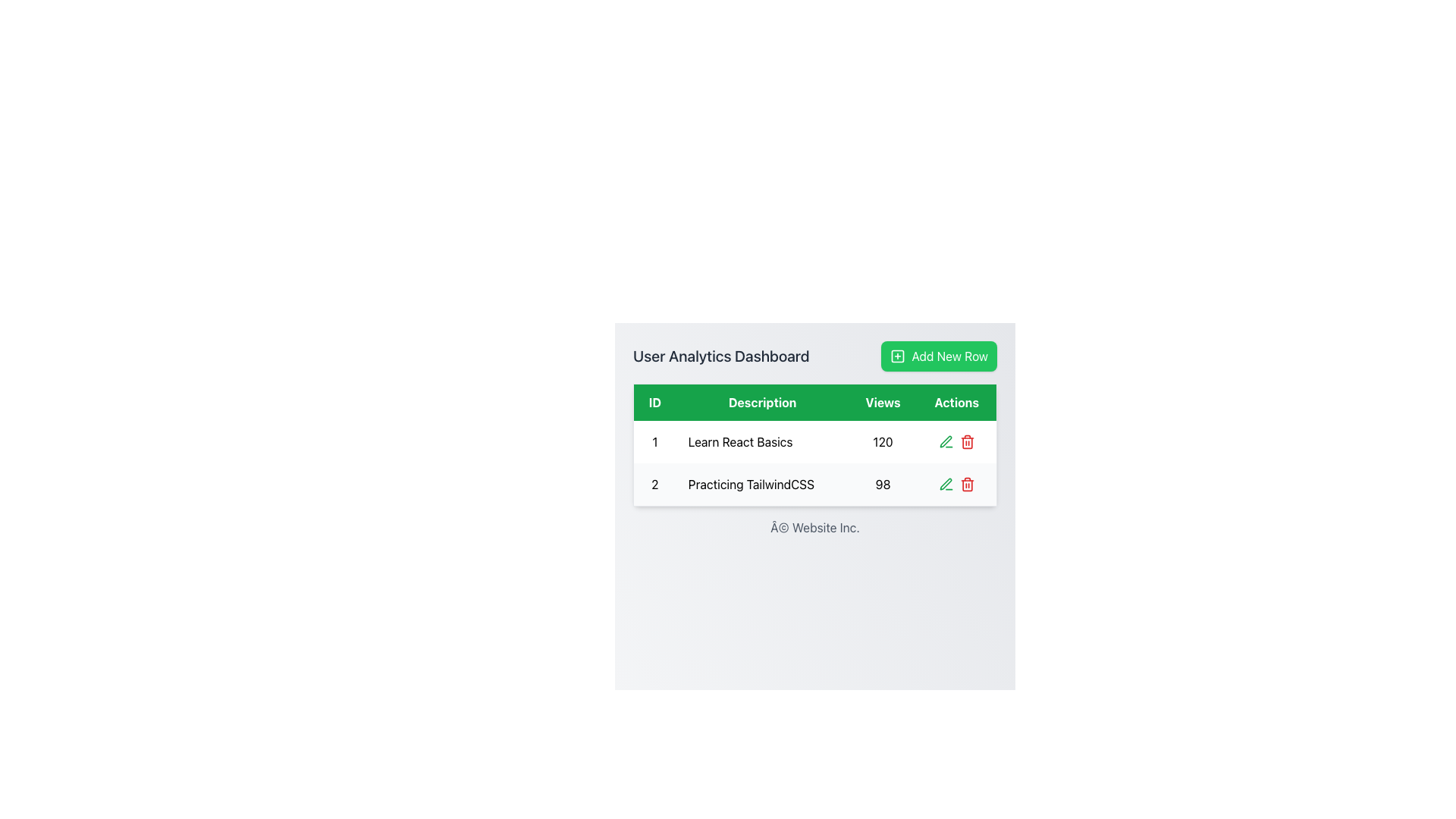 The height and width of the screenshot is (819, 1456). What do you see at coordinates (814, 485) in the screenshot?
I see `the second row in the 'User Analytics Dashboard' table, which contains the identifier '2' and the description 'Practicing TailwindCSS'` at bounding box center [814, 485].